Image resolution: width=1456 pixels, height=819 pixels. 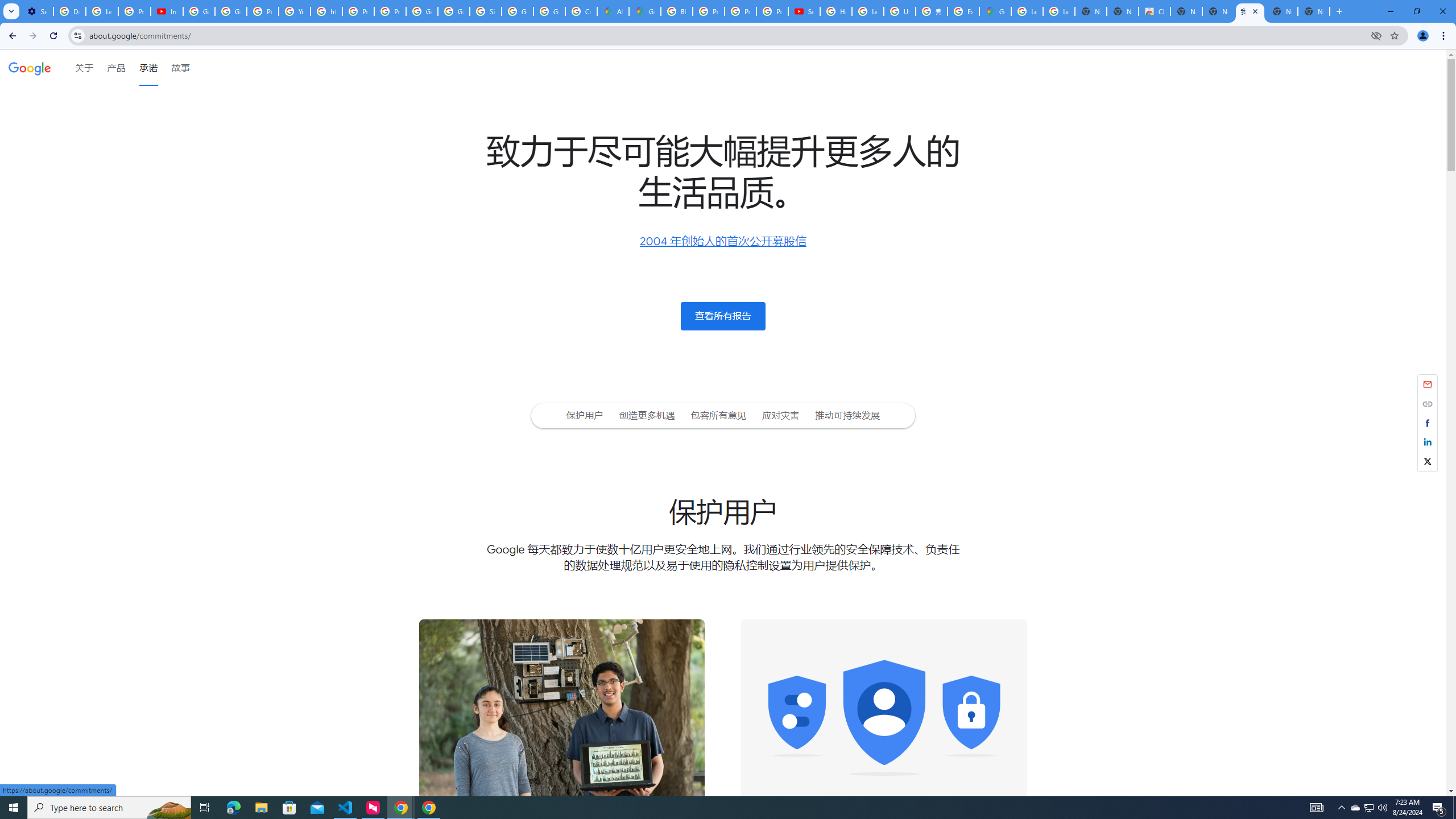 I want to click on 'Learn how to find your photos - Google Photos Help', so click(x=102, y=11).